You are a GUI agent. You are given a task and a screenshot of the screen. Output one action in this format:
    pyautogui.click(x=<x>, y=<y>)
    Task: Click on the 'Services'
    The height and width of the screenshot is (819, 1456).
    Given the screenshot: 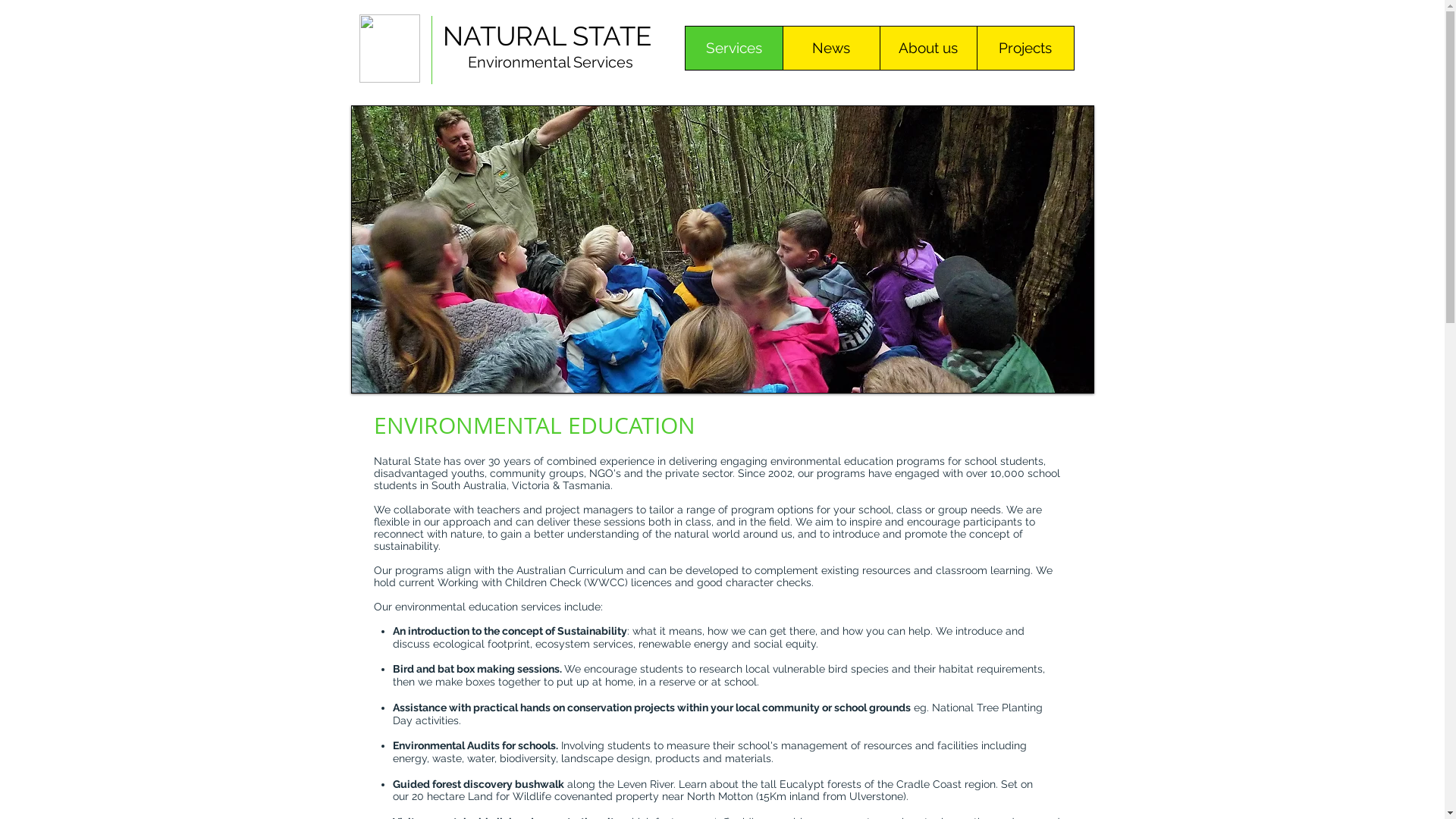 What is the action you would take?
    pyautogui.click(x=734, y=47)
    